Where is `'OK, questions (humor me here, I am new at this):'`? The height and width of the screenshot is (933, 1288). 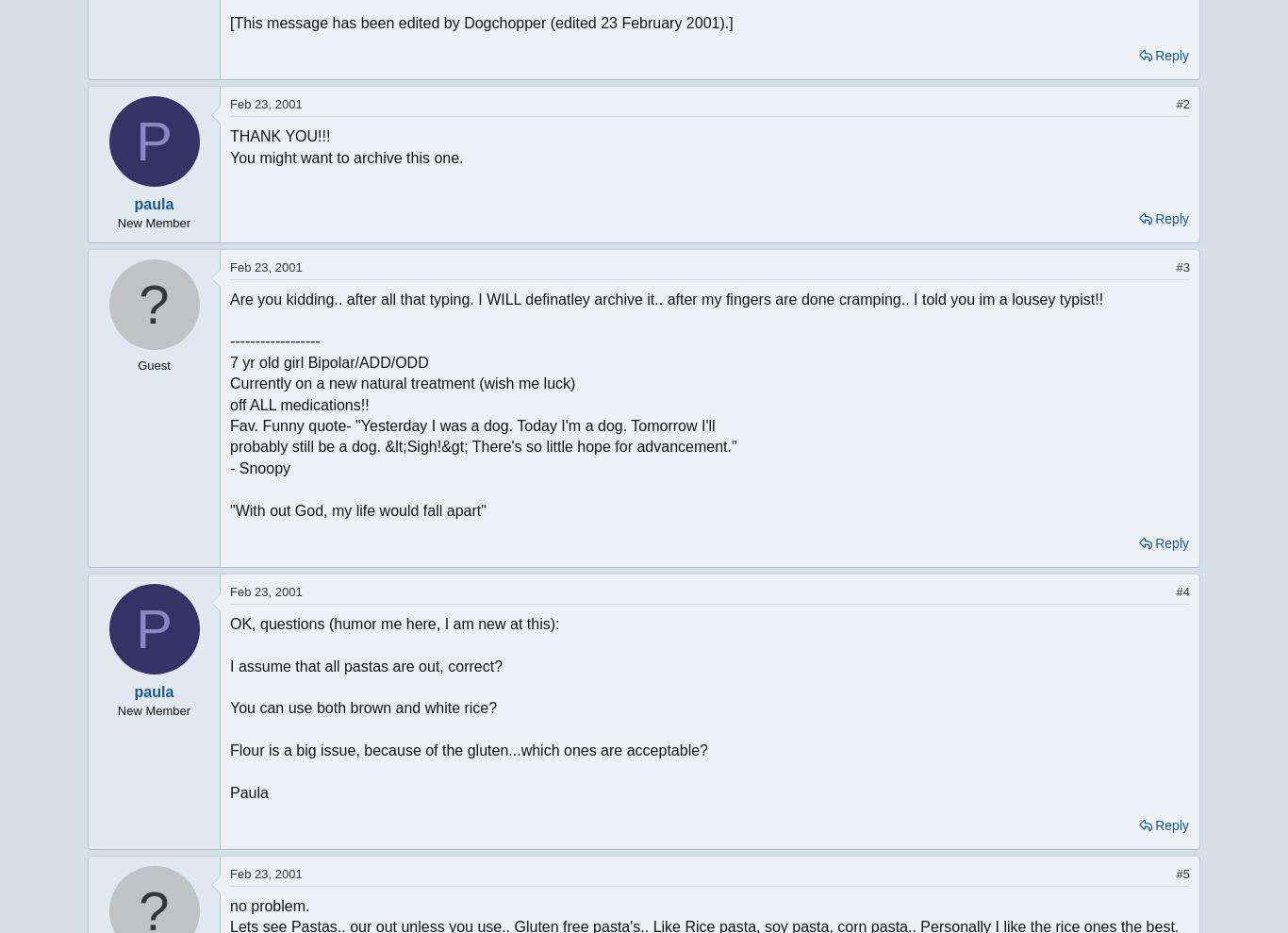 'OK, questions (humor me here, I am new at this):' is located at coordinates (229, 622).